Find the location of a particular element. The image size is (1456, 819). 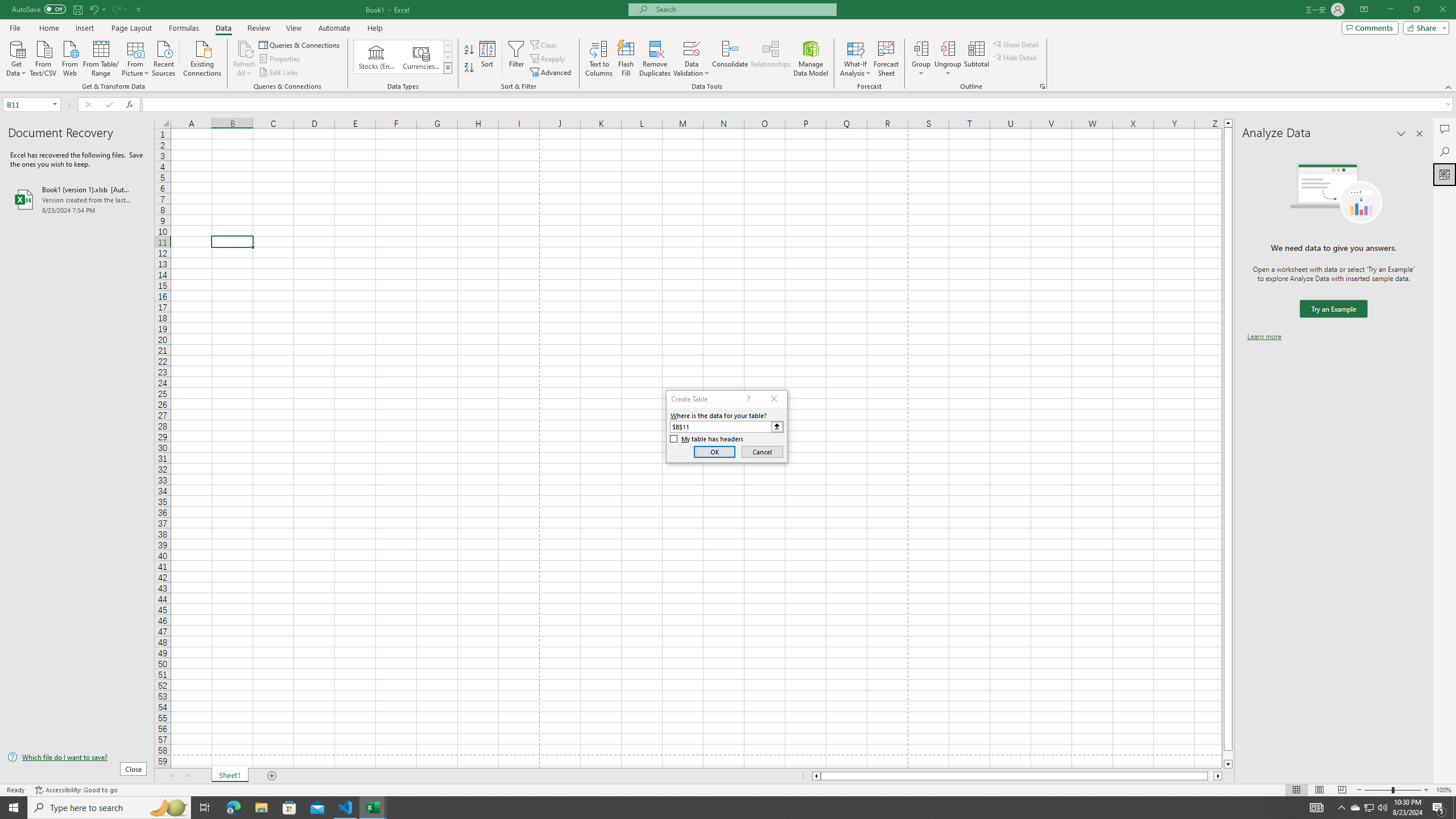

'Stocks (English)' is located at coordinates (375, 56).